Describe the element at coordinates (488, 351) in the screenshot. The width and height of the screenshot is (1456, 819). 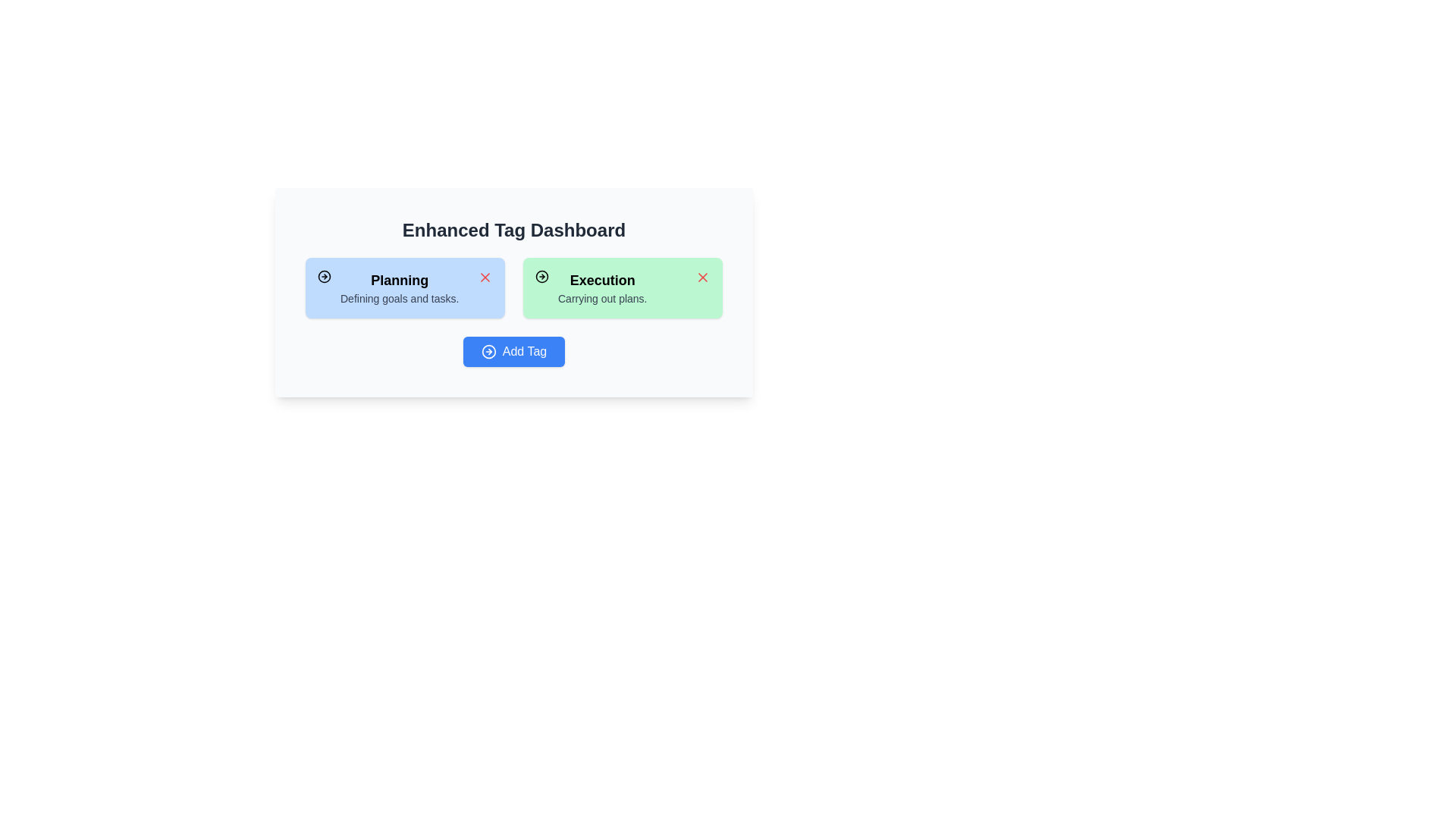
I see `the icon within the 'Add Tag' button, which is positioned slightly to the left of the button's text and part of the 'Enhanced Tag Dashboard'` at that location.